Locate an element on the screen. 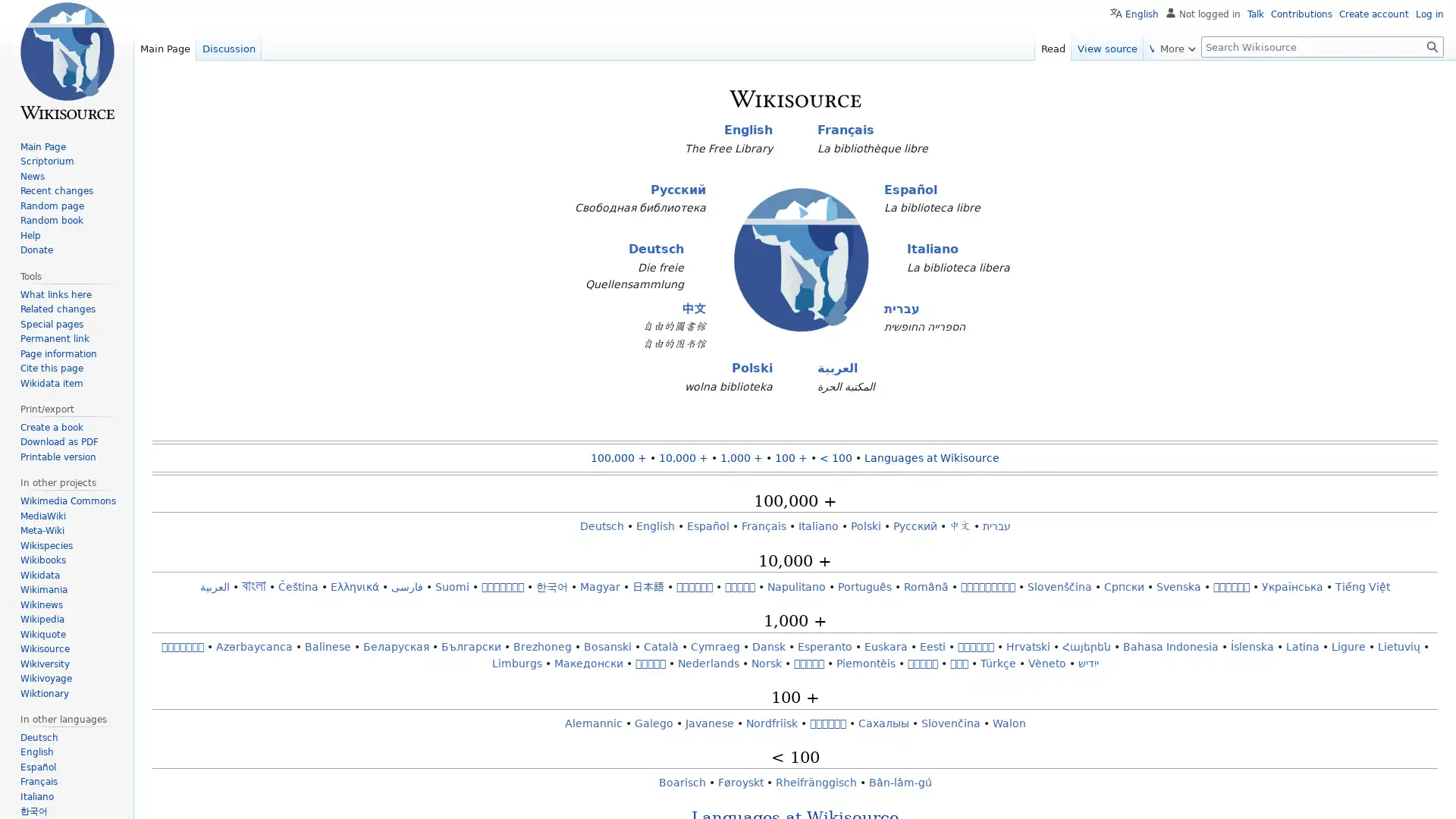  Search is located at coordinates (1432, 45).